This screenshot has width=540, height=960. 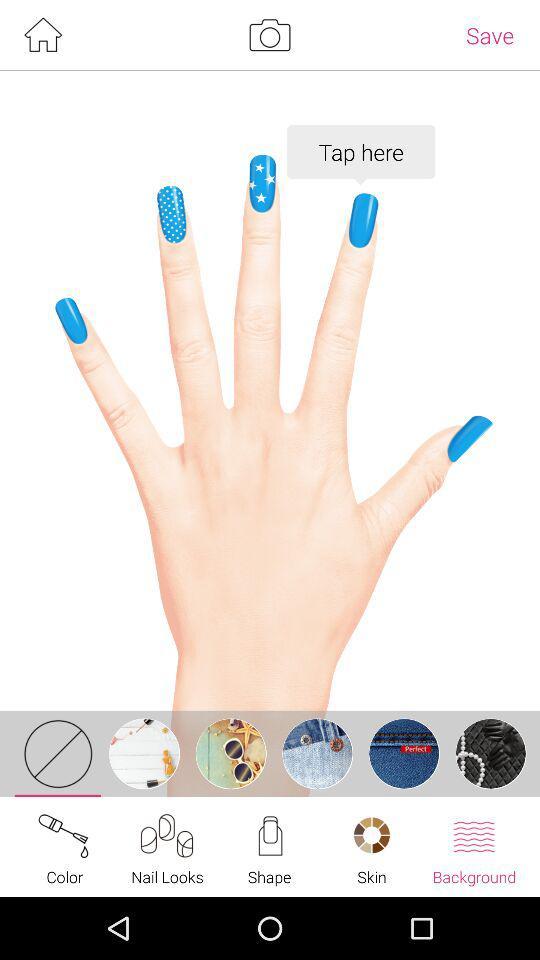 What do you see at coordinates (143, 752) in the screenshot?
I see `the circular image which is above nail looks` at bounding box center [143, 752].